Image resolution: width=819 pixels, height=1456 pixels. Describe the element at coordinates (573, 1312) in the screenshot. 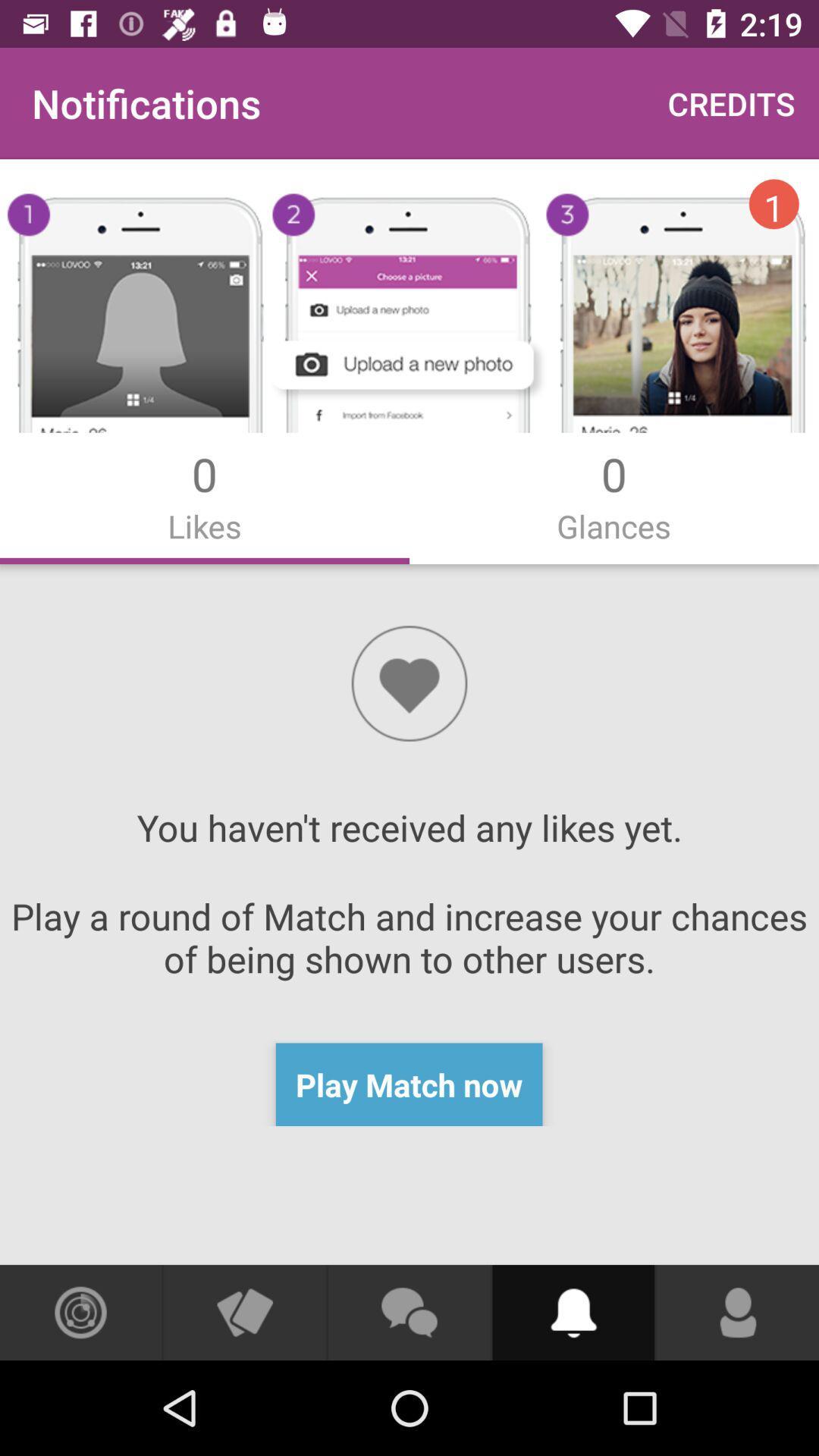

I see `to choose the sound options` at that location.